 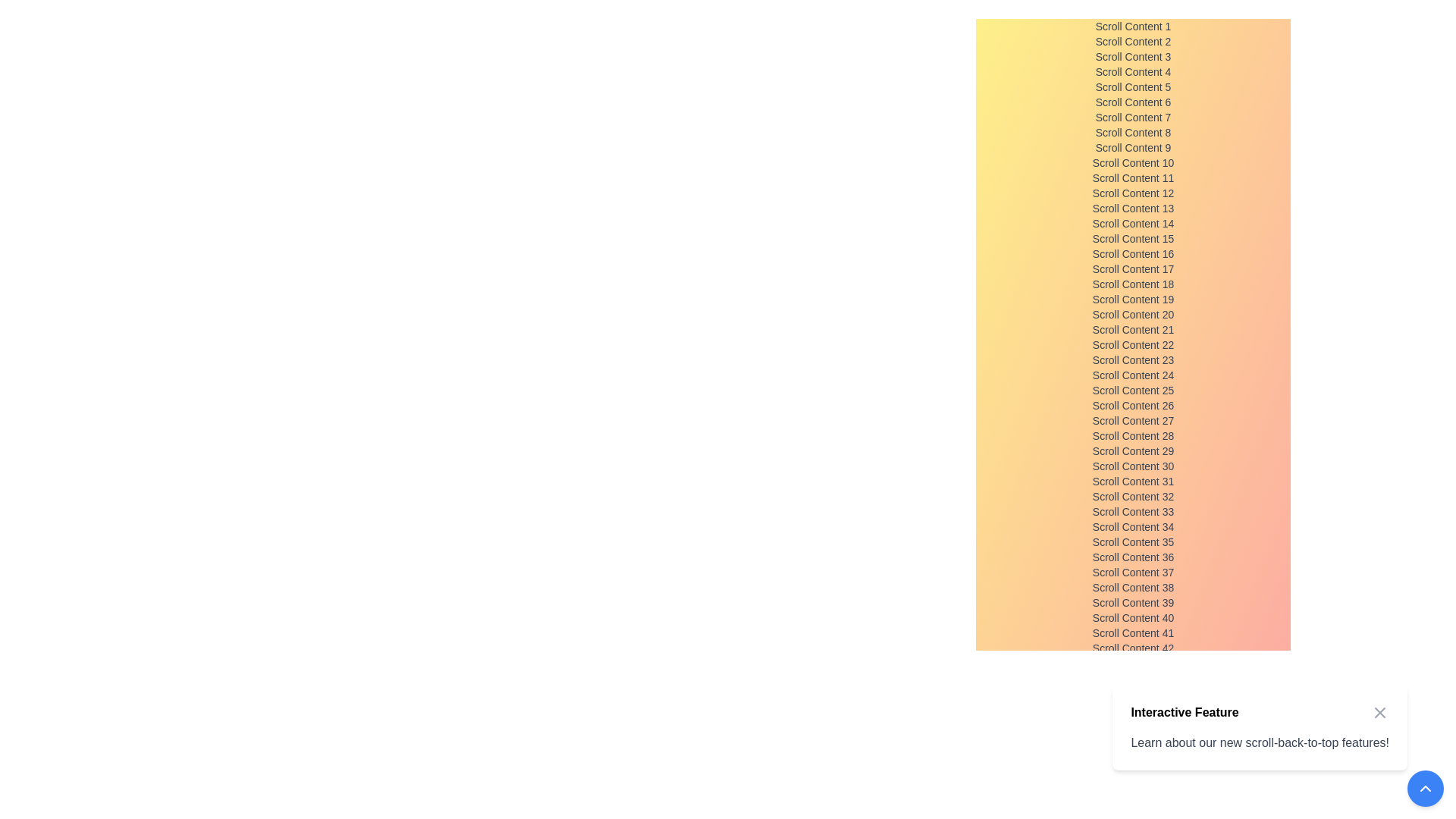 I want to click on the static text label, which is the 41st item in a vertically stacked list, located near the bottom of the list, so click(x=1133, y=632).